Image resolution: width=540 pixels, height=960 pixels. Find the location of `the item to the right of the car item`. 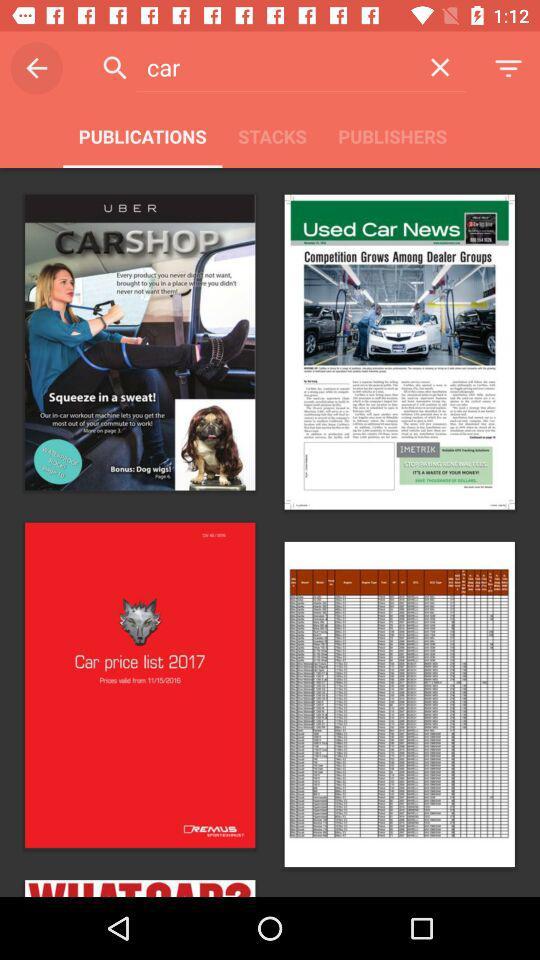

the item to the right of the car item is located at coordinates (440, 67).